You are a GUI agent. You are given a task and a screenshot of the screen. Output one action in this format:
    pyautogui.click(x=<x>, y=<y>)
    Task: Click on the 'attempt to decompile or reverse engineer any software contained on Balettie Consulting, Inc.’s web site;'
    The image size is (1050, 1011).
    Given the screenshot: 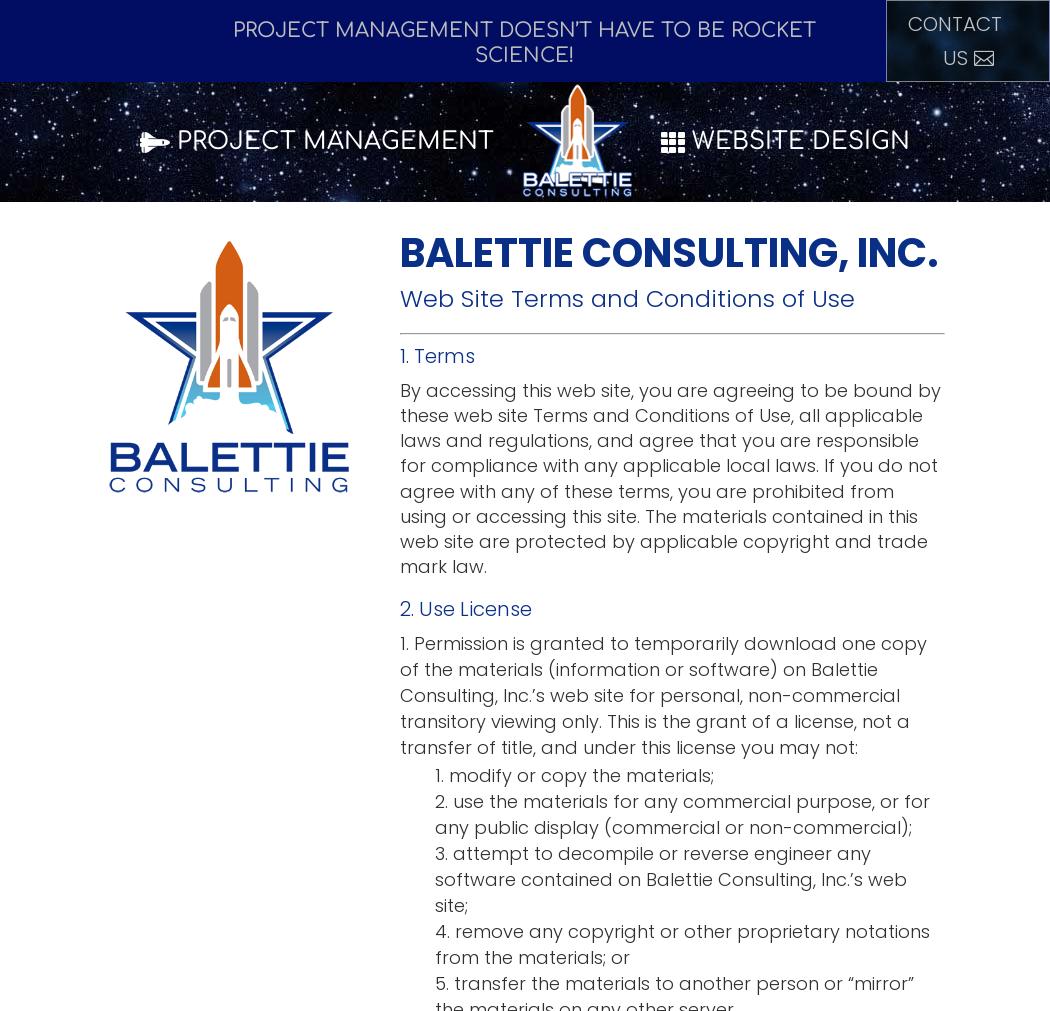 What is the action you would take?
    pyautogui.click(x=669, y=879)
    